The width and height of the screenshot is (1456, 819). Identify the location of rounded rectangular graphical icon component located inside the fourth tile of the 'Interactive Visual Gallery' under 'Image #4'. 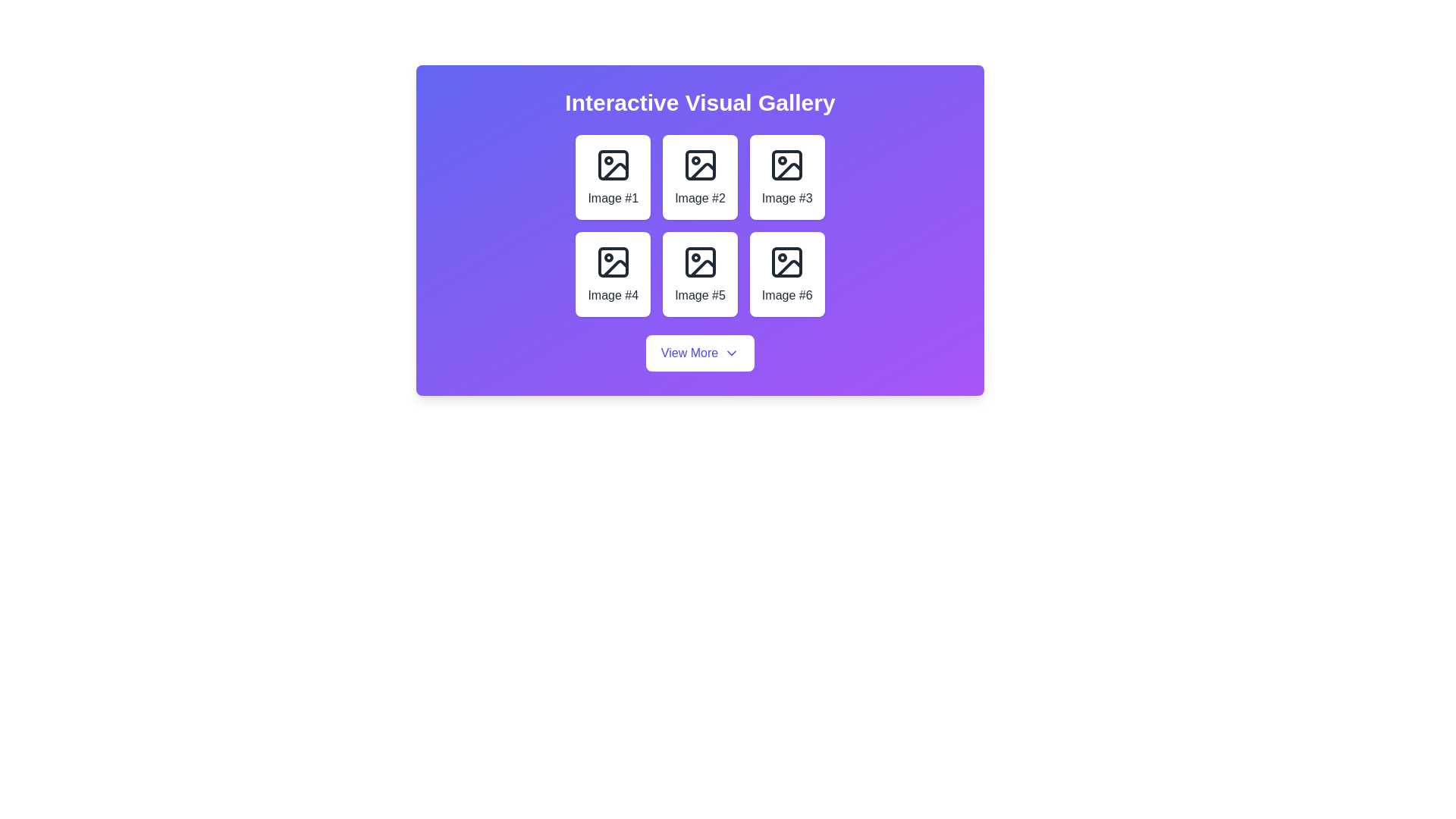
(613, 262).